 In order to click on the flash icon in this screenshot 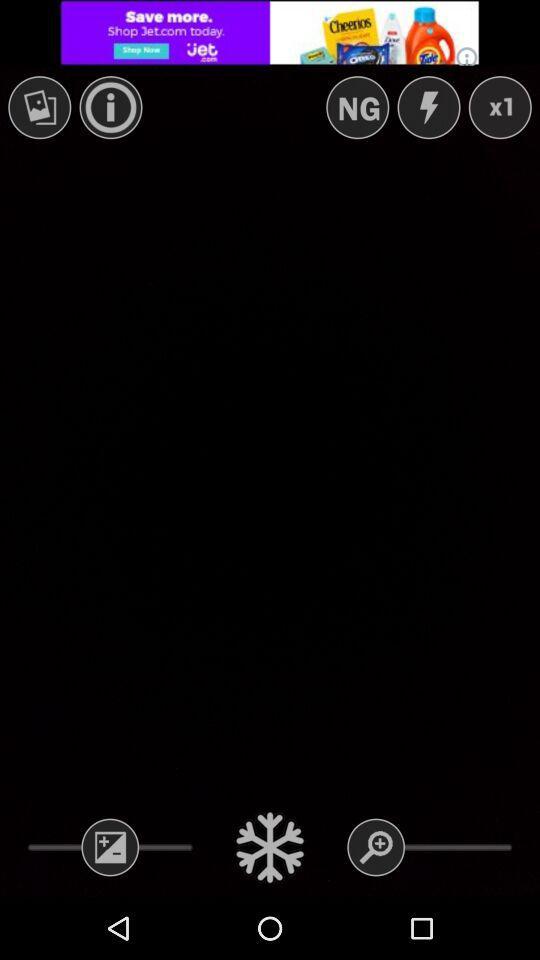, I will do `click(427, 107)`.